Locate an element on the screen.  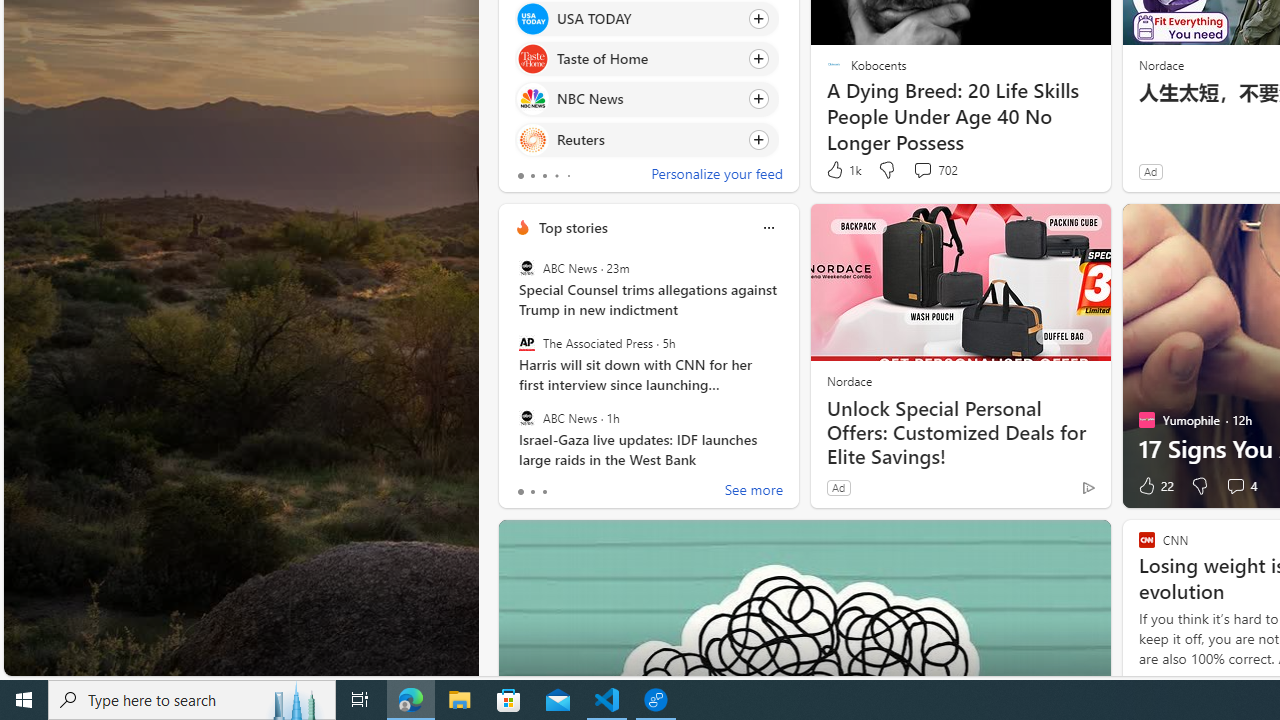
'Click to follow source NBC News' is located at coordinates (647, 99).